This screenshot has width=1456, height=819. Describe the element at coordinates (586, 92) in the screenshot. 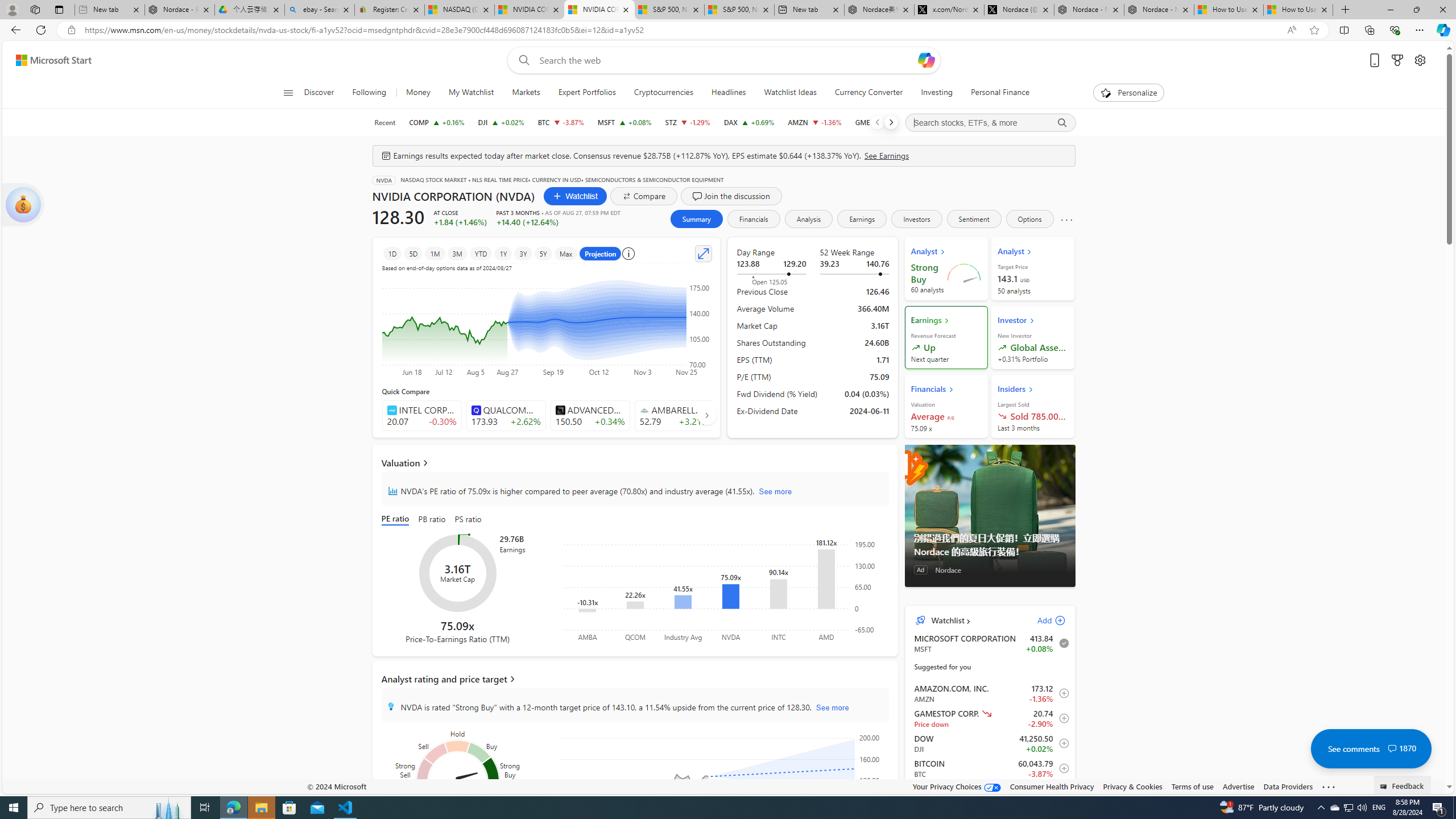

I see `'Expert Portfolios'` at that location.